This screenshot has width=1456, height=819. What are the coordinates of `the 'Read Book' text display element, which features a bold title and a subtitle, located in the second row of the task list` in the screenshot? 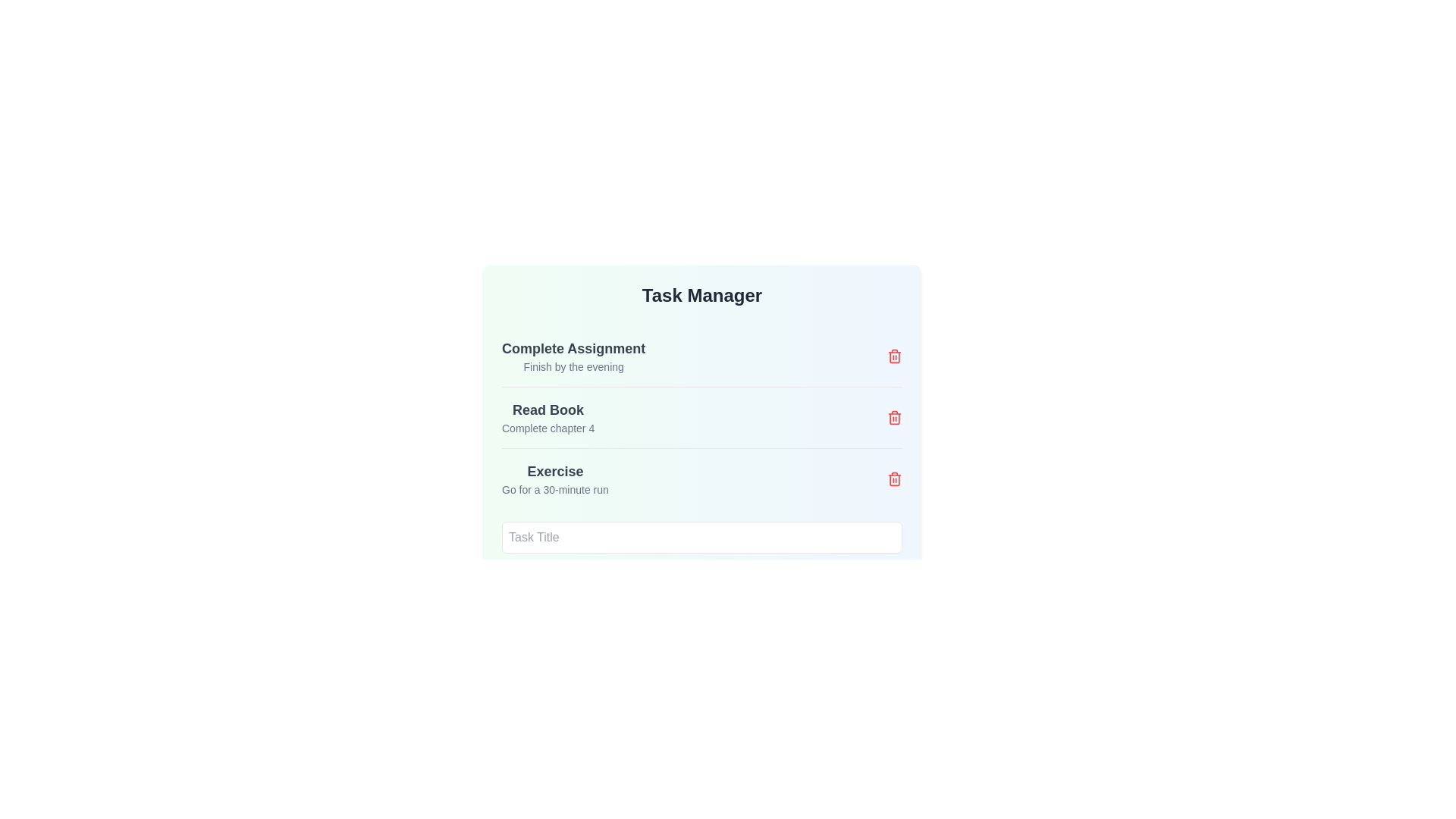 It's located at (548, 418).